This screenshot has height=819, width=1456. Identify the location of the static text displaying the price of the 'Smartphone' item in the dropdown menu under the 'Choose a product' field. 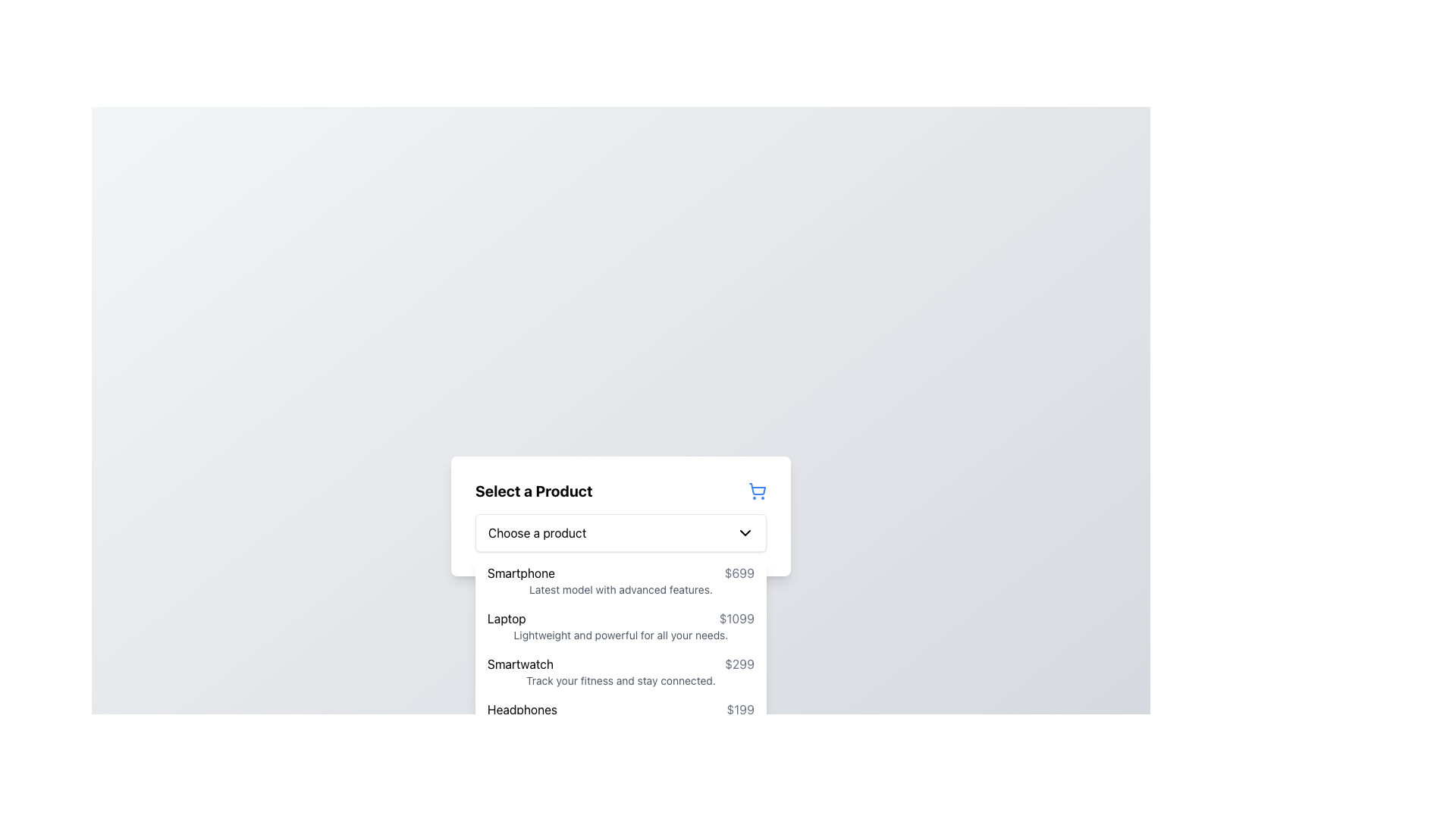
(739, 573).